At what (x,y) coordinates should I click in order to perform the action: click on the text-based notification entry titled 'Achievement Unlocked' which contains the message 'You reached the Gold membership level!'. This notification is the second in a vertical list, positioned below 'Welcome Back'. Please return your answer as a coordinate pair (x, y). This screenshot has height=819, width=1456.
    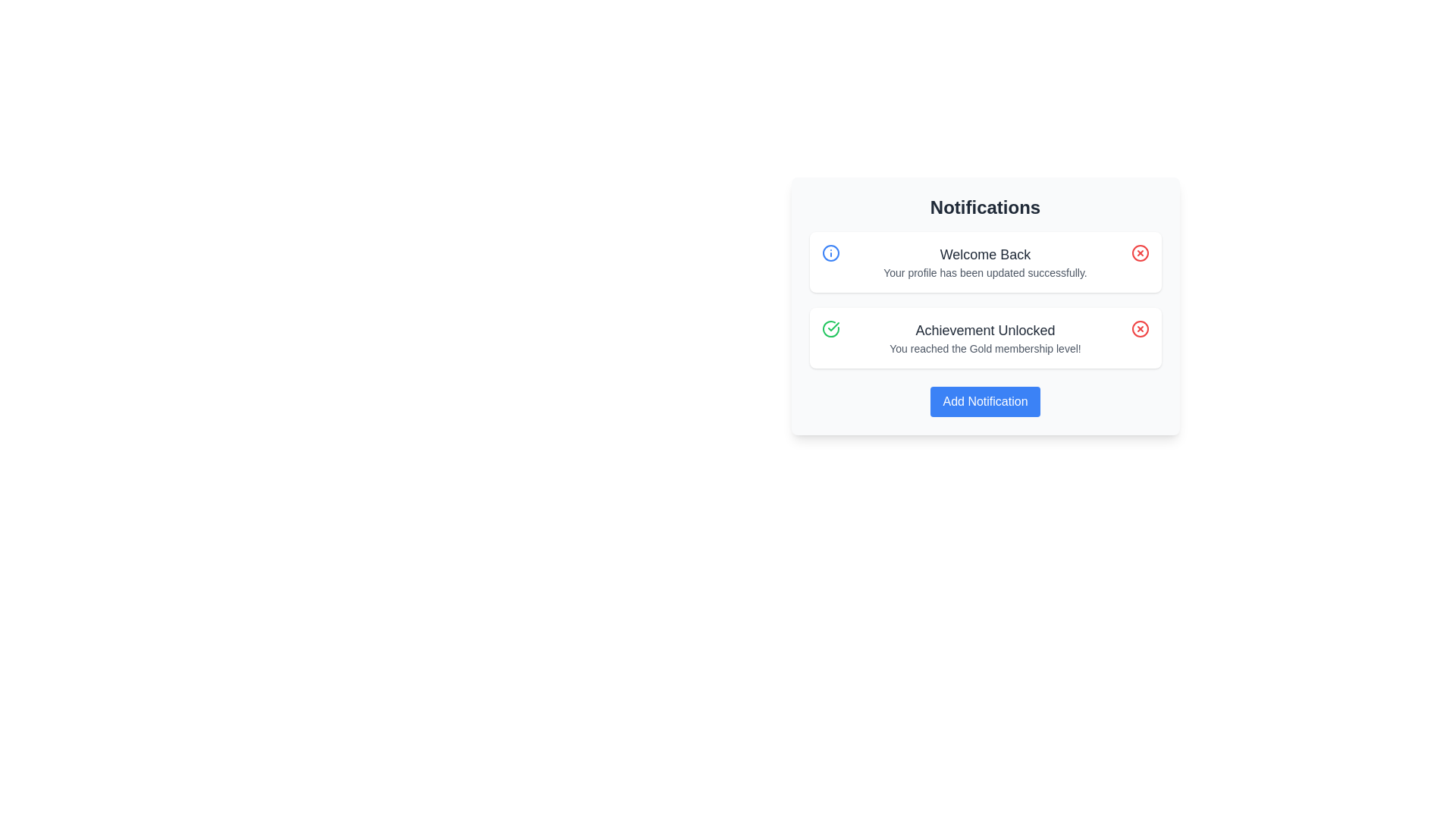
    Looking at the image, I should click on (985, 337).